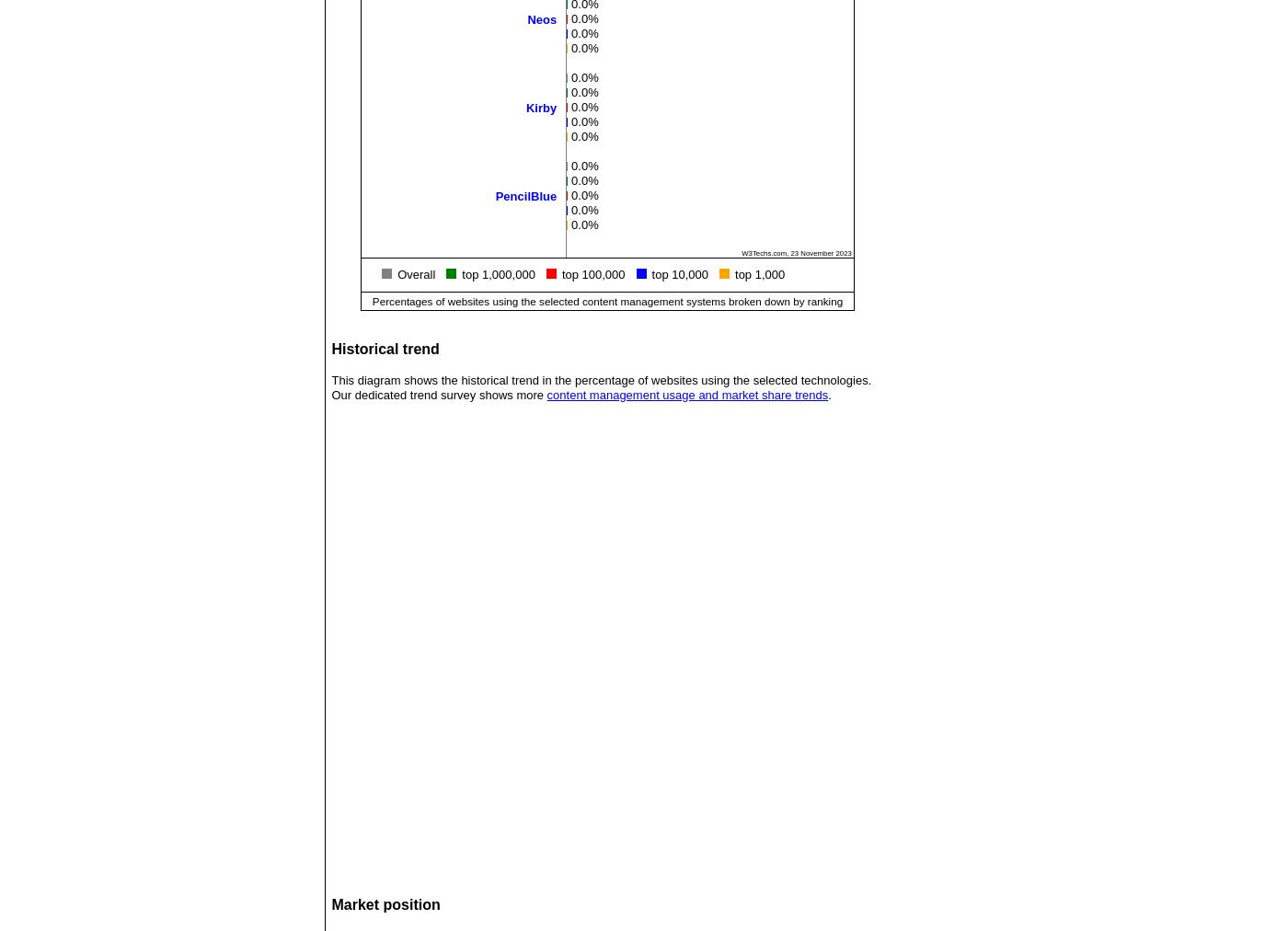  What do you see at coordinates (385, 348) in the screenshot?
I see `'Historical trend'` at bounding box center [385, 348].